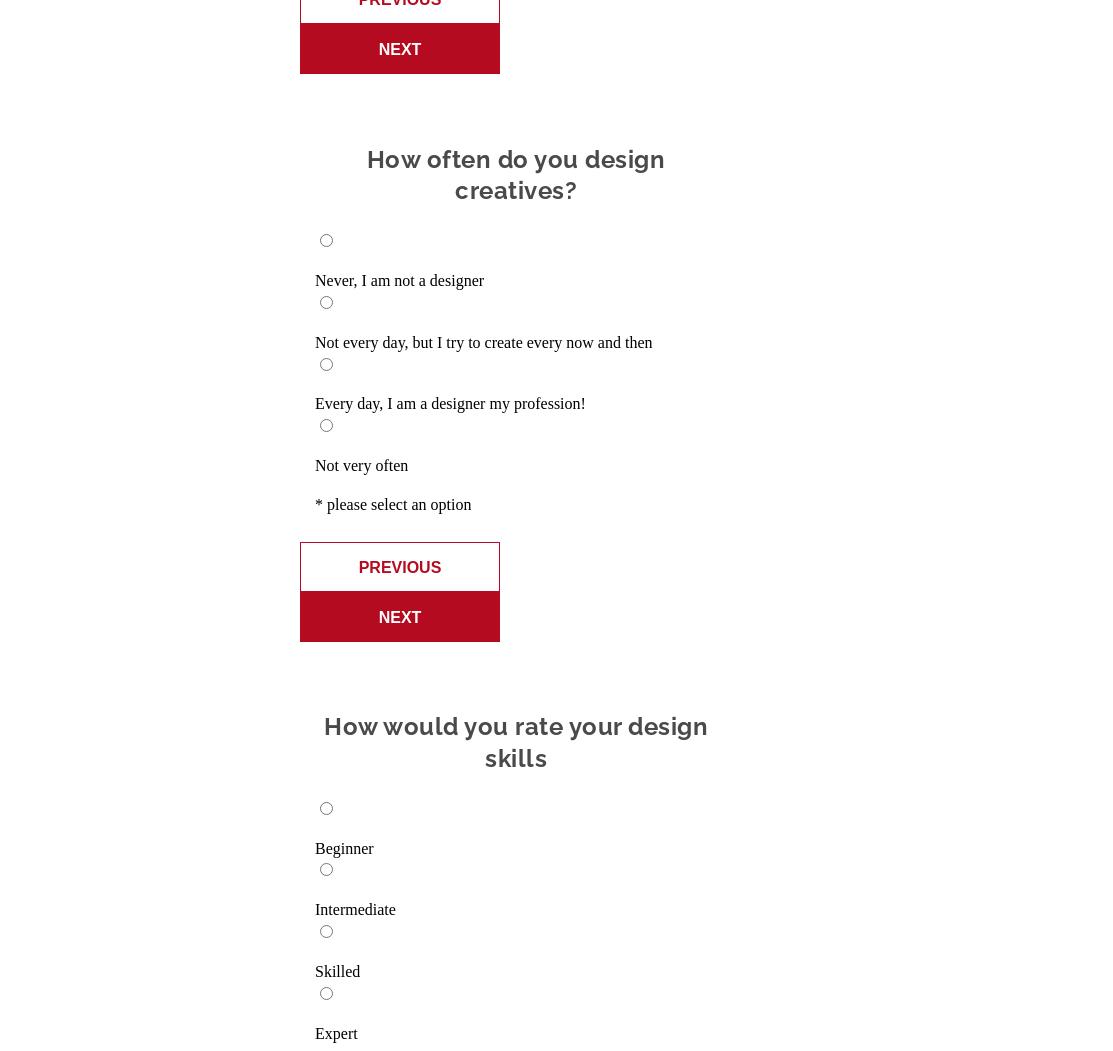 Image resolution: width=1113 pixels, height=1051 pixels. What do you see at coordinates (358, 566) in the screenshot?
I see `'Previous'` at bounding box center [358, 566].